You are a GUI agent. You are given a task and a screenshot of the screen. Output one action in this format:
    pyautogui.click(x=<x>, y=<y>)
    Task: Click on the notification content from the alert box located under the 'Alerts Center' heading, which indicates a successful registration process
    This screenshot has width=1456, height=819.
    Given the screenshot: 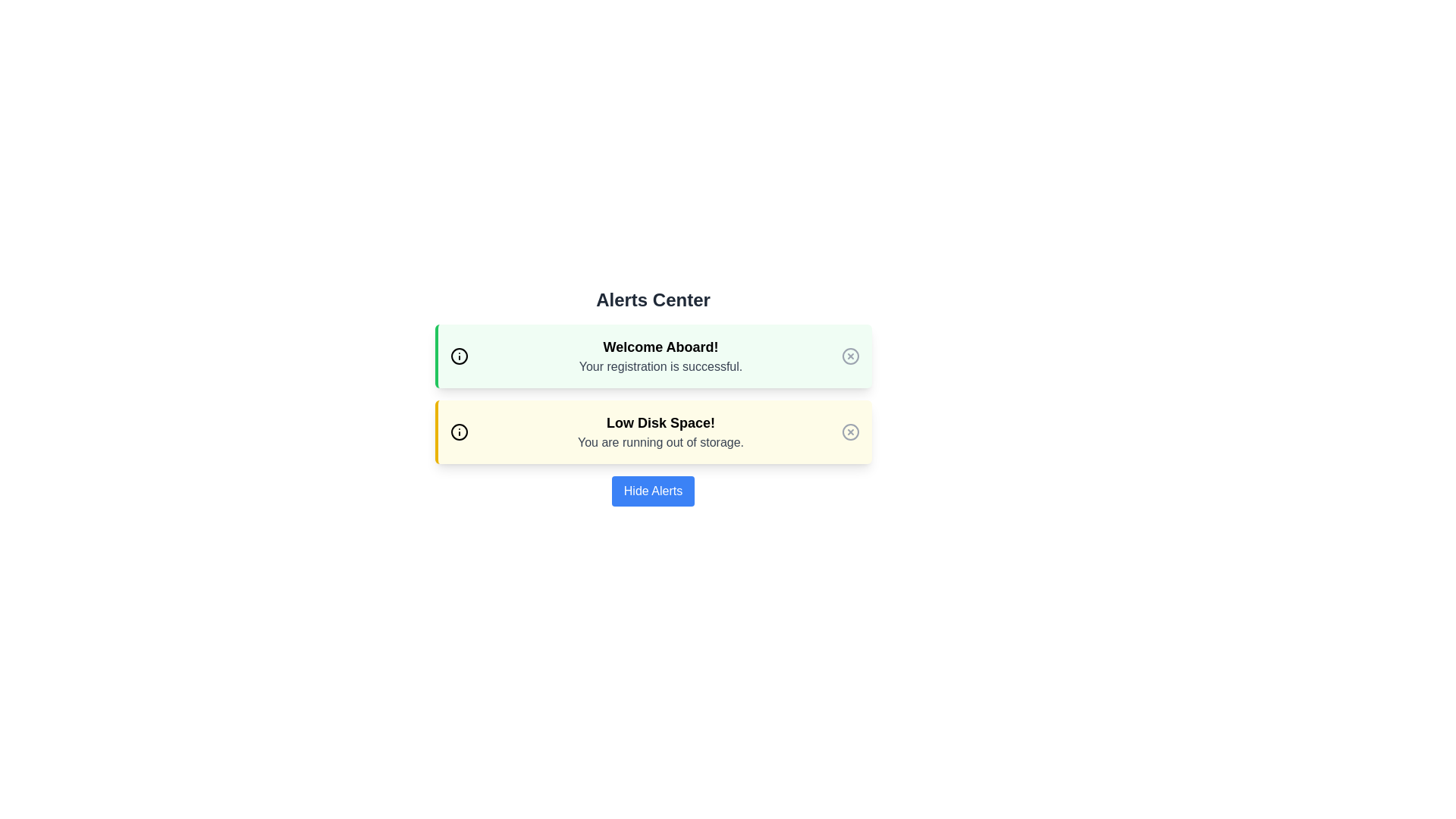 What is the action you would take?
    pyautogui.click(x=653, y=356)
    